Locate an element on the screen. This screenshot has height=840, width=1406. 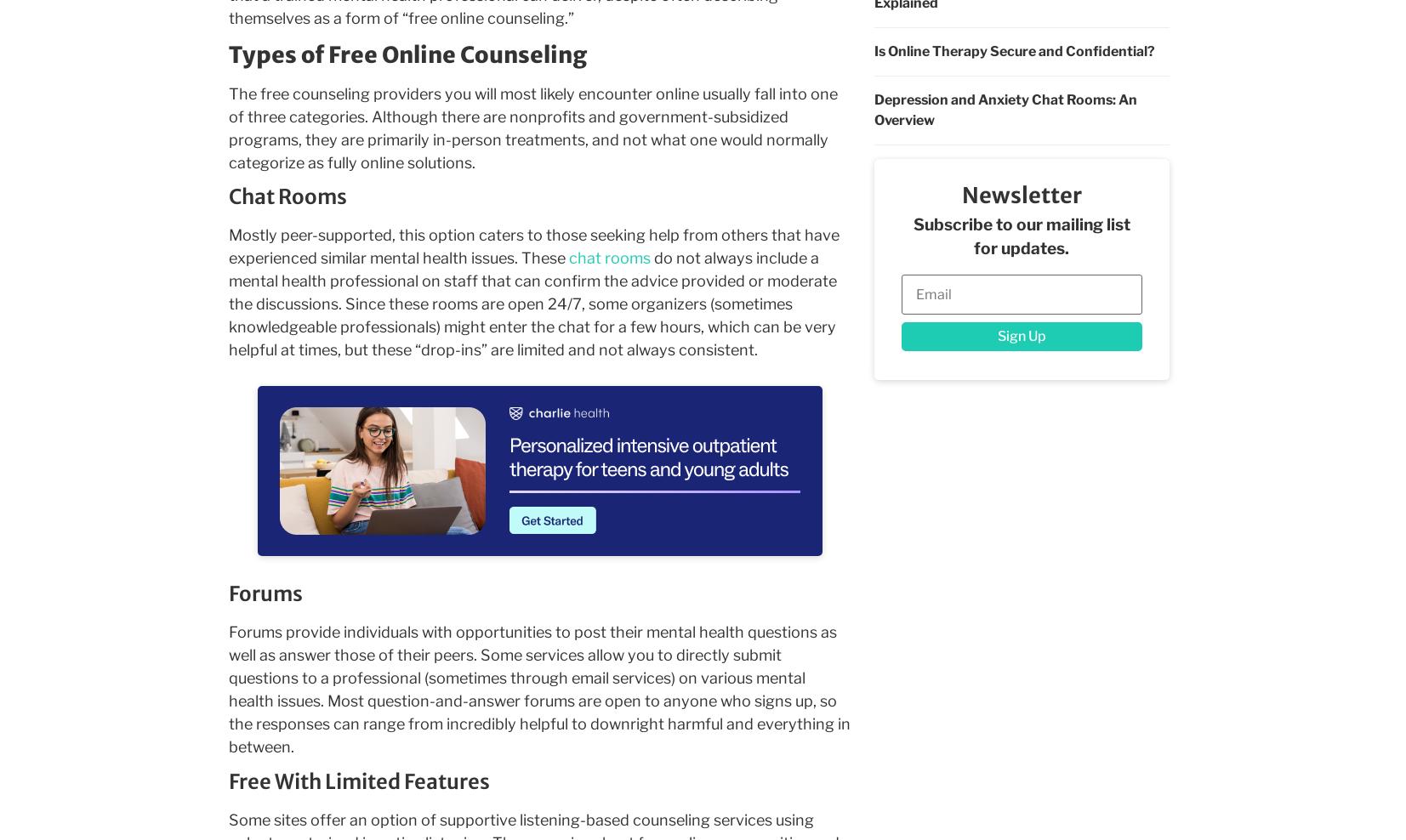
'do not always include a mental health professional on staff that can confirm the advice provided or moderate the discussions. Since these rooms are open 24/7, some organizers (sometimes knowledgeable professionals) might enter the chat for a few hours, which can be very helpful at times, but these “drop-ins” are limited and not always consistent.' is located at coordinates (531, 303).